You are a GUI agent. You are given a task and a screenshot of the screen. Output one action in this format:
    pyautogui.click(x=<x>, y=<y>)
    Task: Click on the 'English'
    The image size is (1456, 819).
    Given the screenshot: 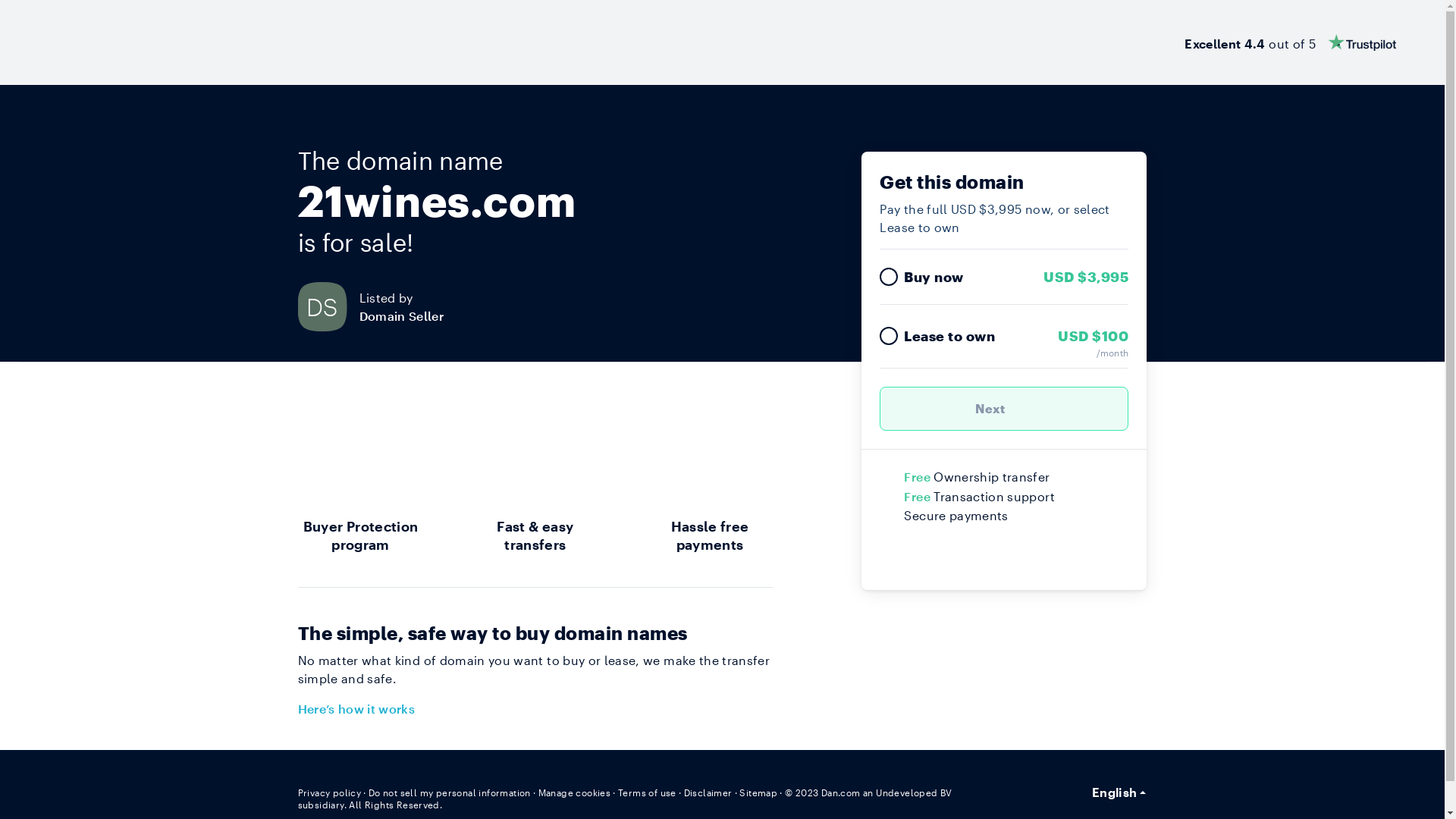 What is the action you would take?
    pyautogui.click(x=1119, y=792)
    